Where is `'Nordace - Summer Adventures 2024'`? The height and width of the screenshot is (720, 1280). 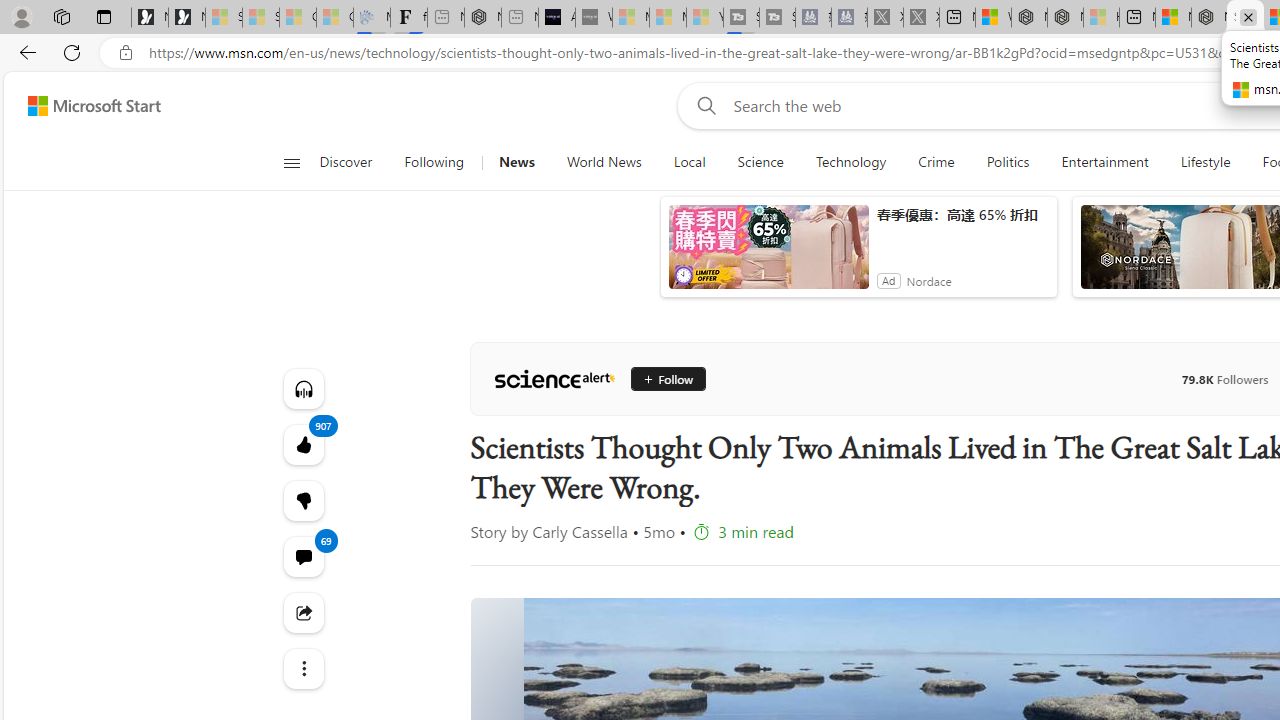
'Nordace - Summer Adventures 2024' is located at coordinates (1064, 17).